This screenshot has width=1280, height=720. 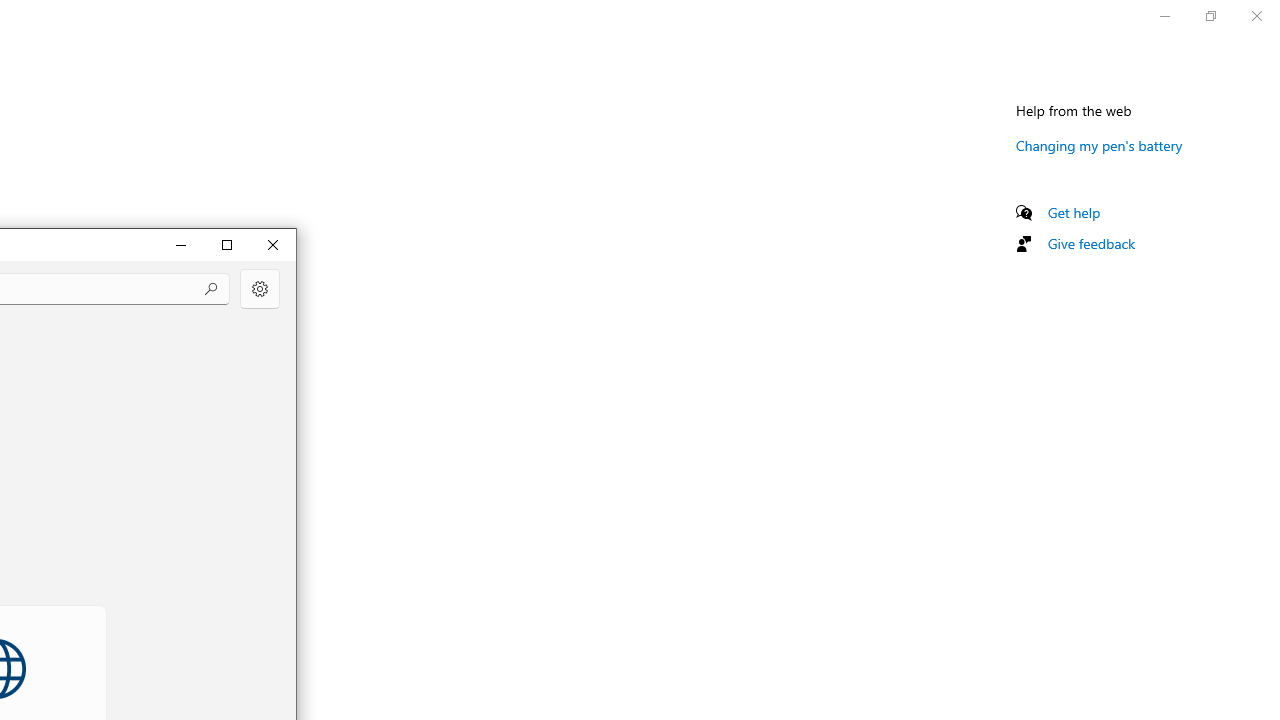 I want to click on 'Settings', so click(x=259, y=289).